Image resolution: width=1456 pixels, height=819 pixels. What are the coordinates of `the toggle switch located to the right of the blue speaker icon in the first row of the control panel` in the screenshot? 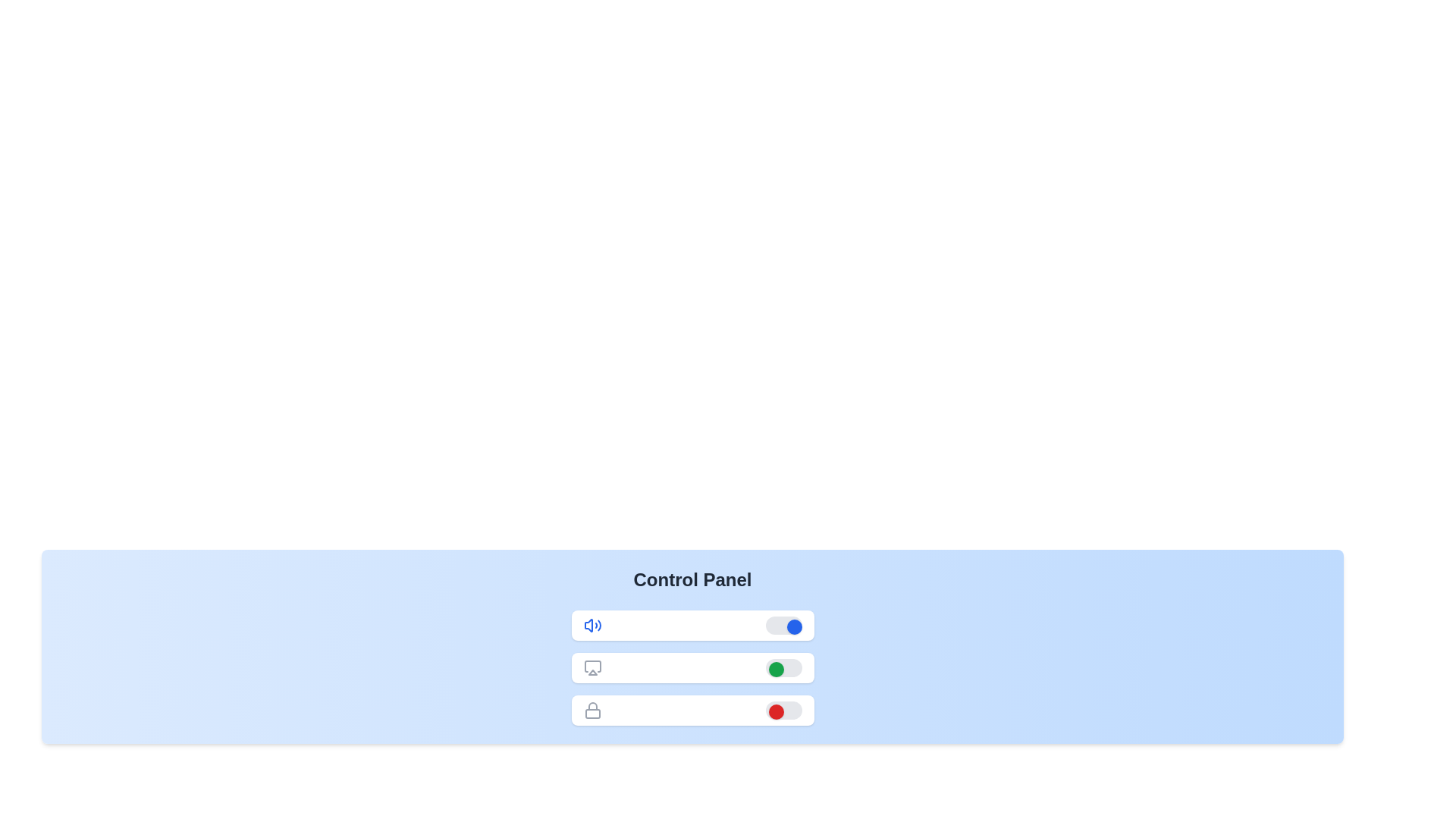 It's located at (783, 626).